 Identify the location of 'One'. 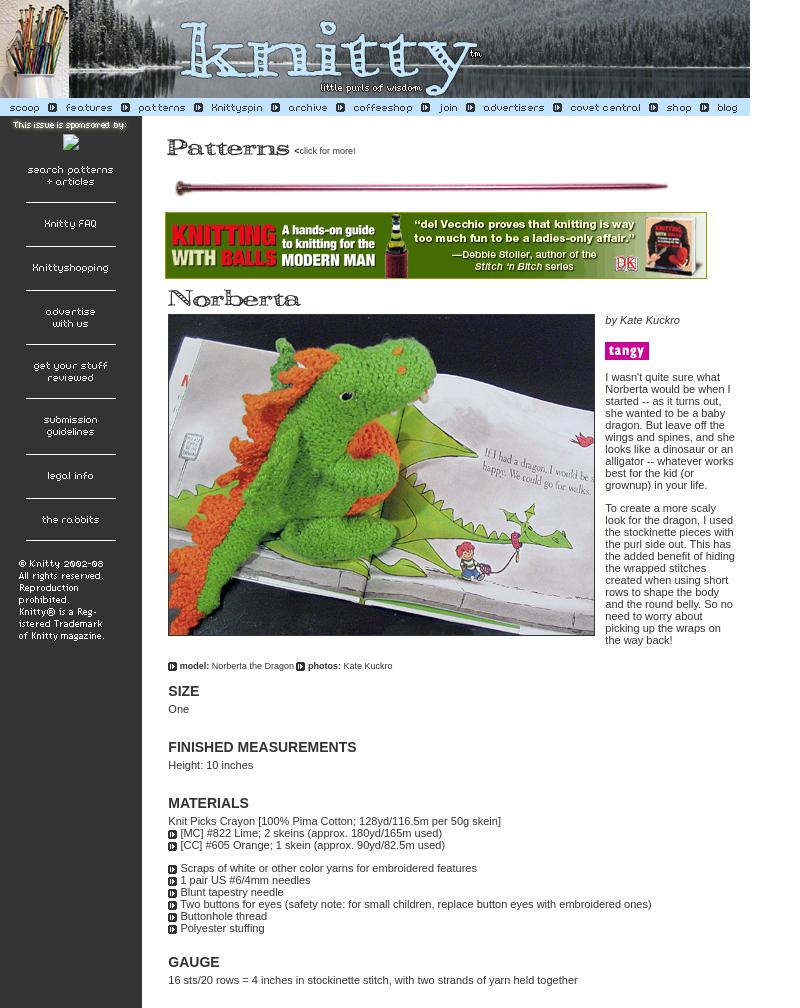
(177, 709).